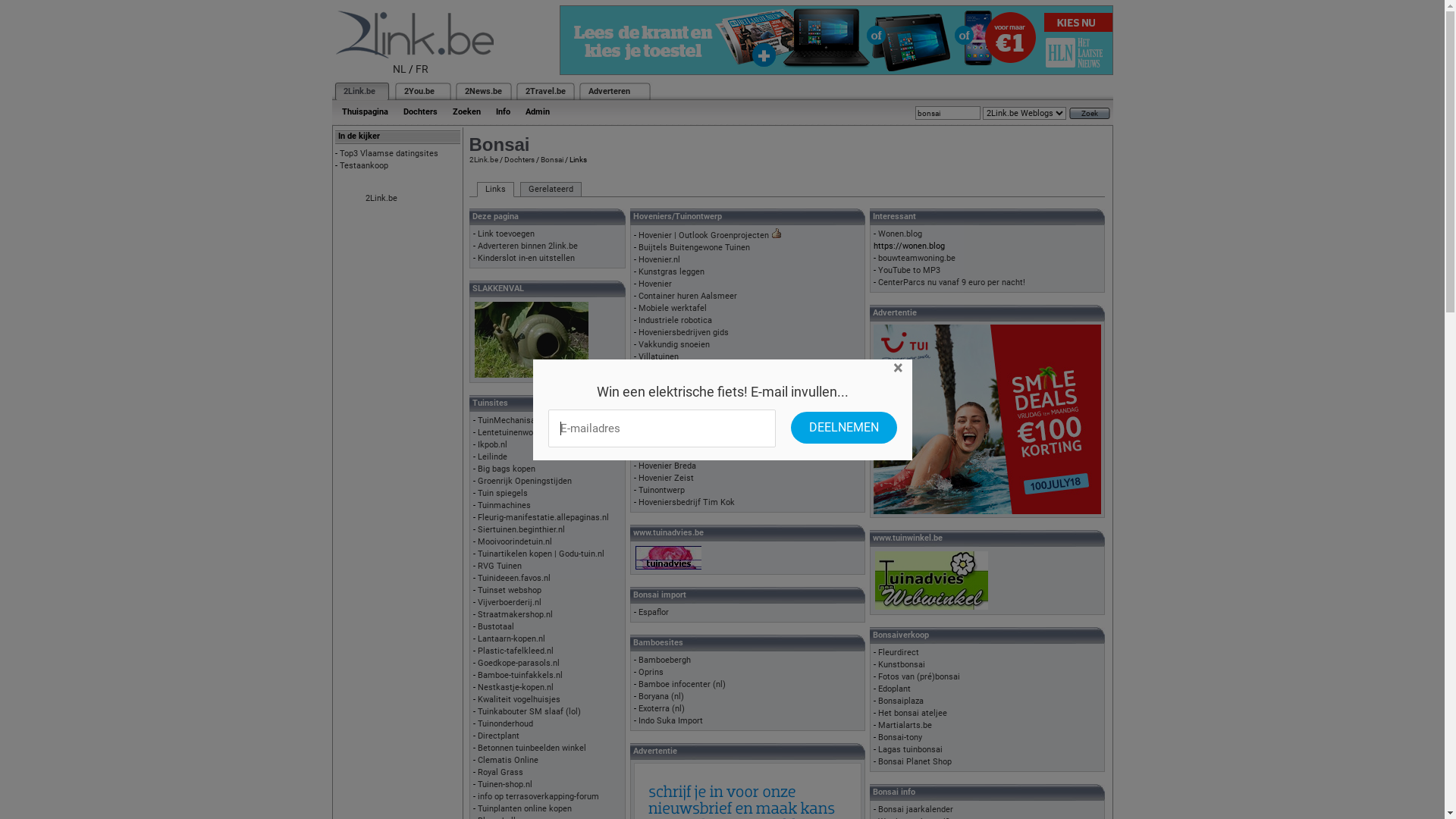 The width and height of the screenshot is (1456, 819). I want to click on 'Straatmakershop.nl', so click(515, 614).